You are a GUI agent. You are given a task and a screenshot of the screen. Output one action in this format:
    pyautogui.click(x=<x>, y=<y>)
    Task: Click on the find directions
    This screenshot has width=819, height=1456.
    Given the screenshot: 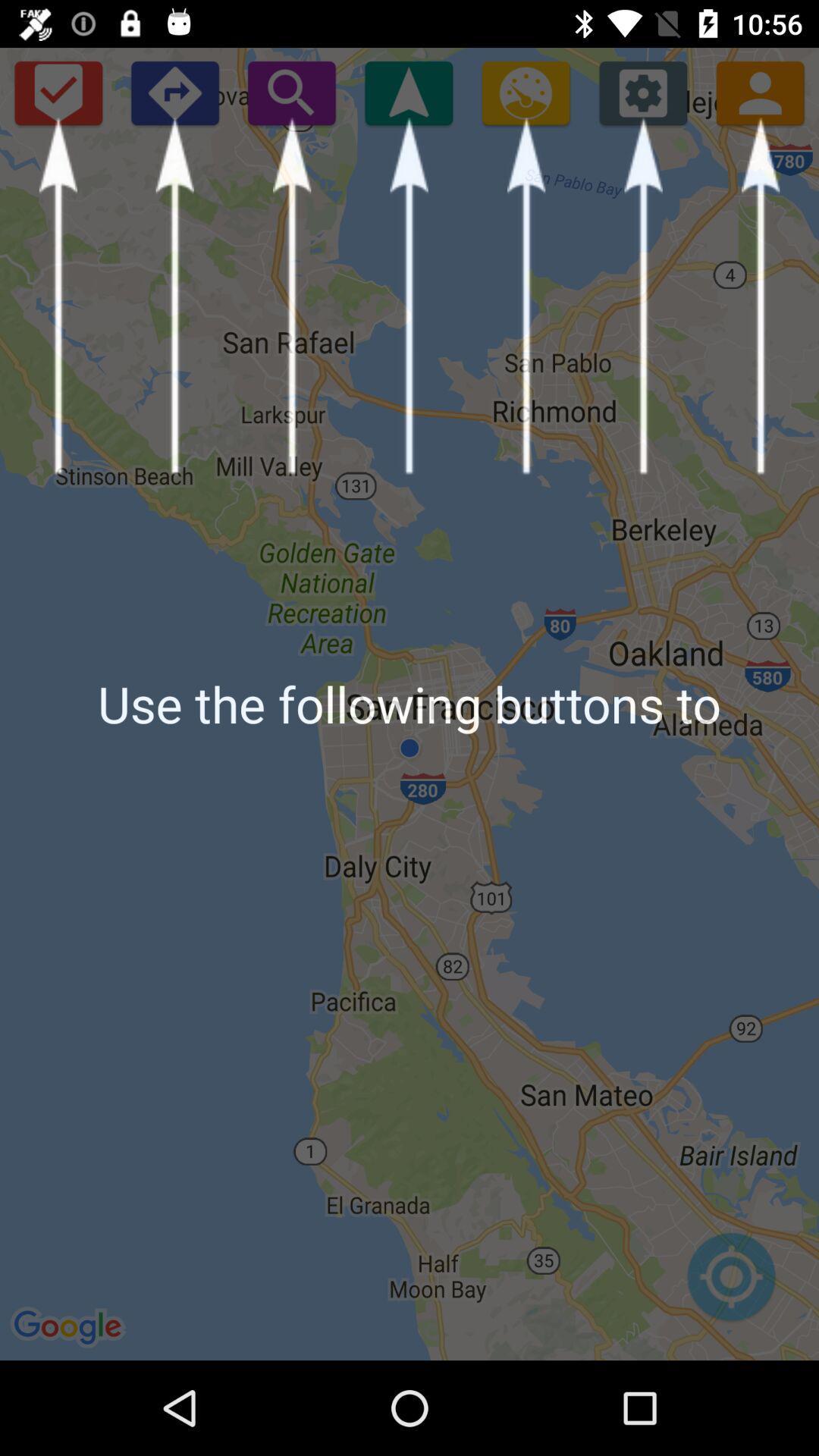 What is the action you would take?
    pyautogui.click(x=174, y=92)
    